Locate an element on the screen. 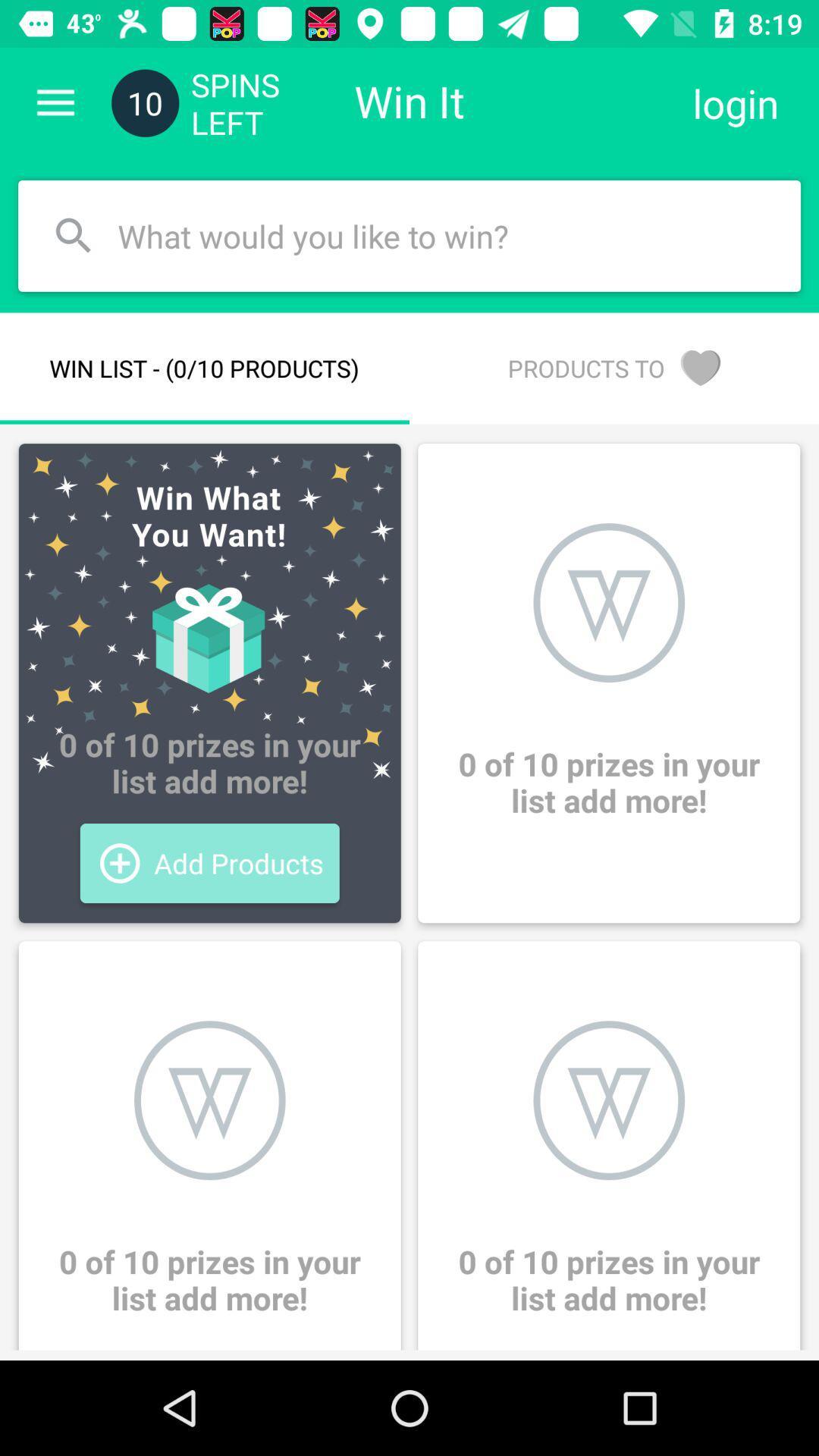  the icon to the left of the 10 is located at coordinates (55, 102).